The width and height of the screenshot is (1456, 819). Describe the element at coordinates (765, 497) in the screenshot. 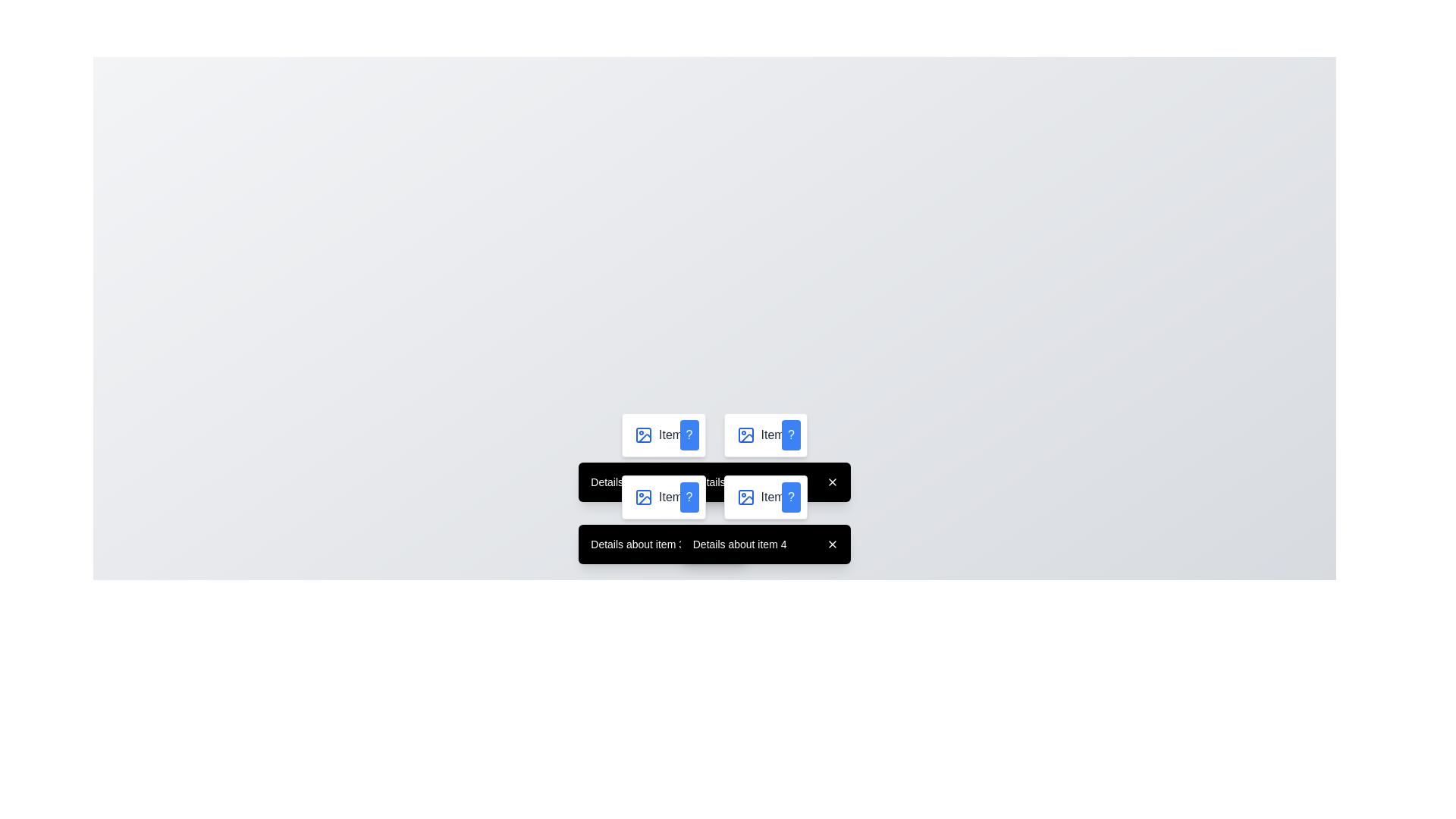

I see `the informational card that serves as a descriptor for 'Item 4', located at the bottom-right position of the grid layout` at that location.